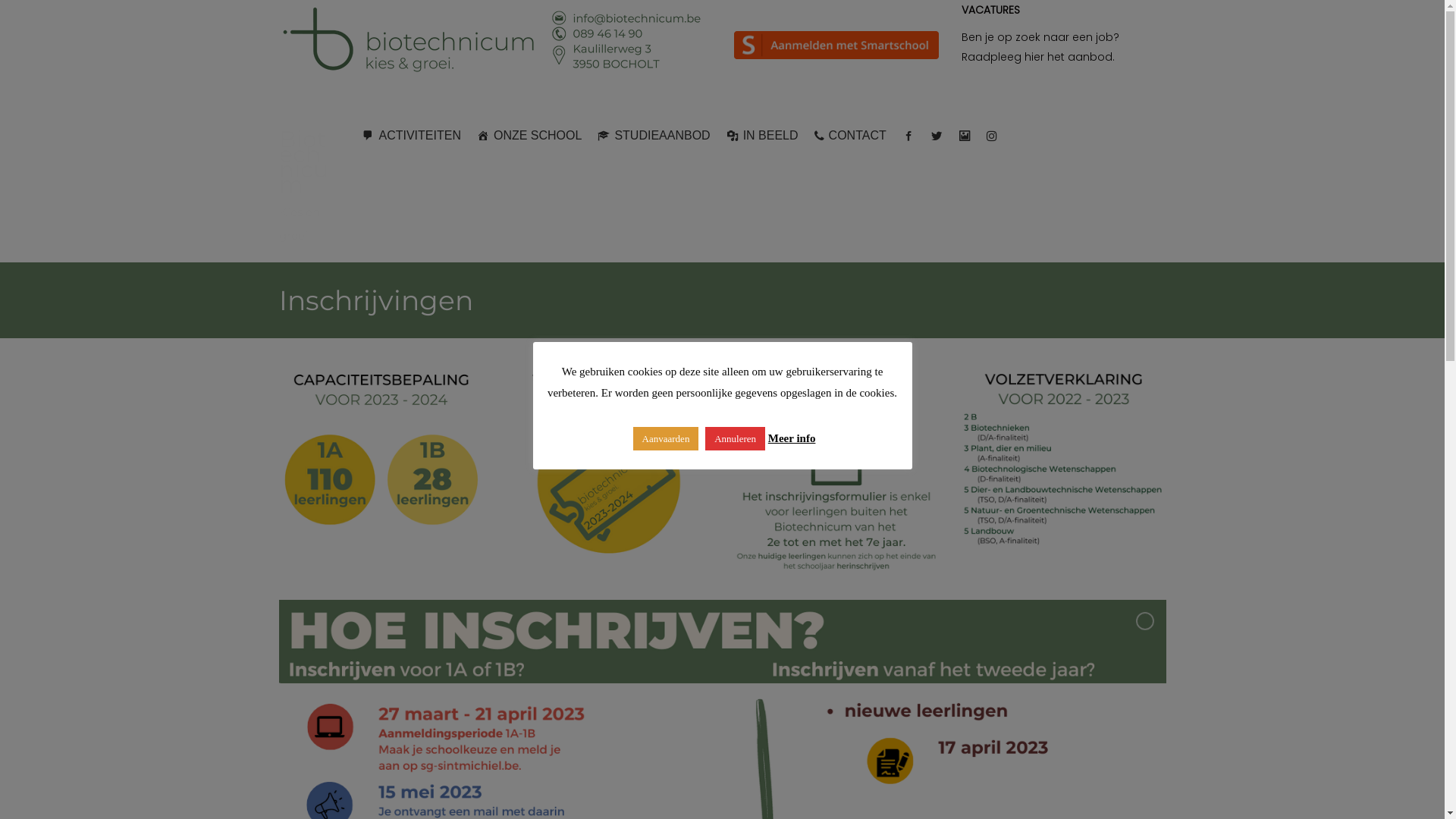  Describe the element at coordinates (735, 438) in the screenshot. I see `'Annuleren'` at that location.